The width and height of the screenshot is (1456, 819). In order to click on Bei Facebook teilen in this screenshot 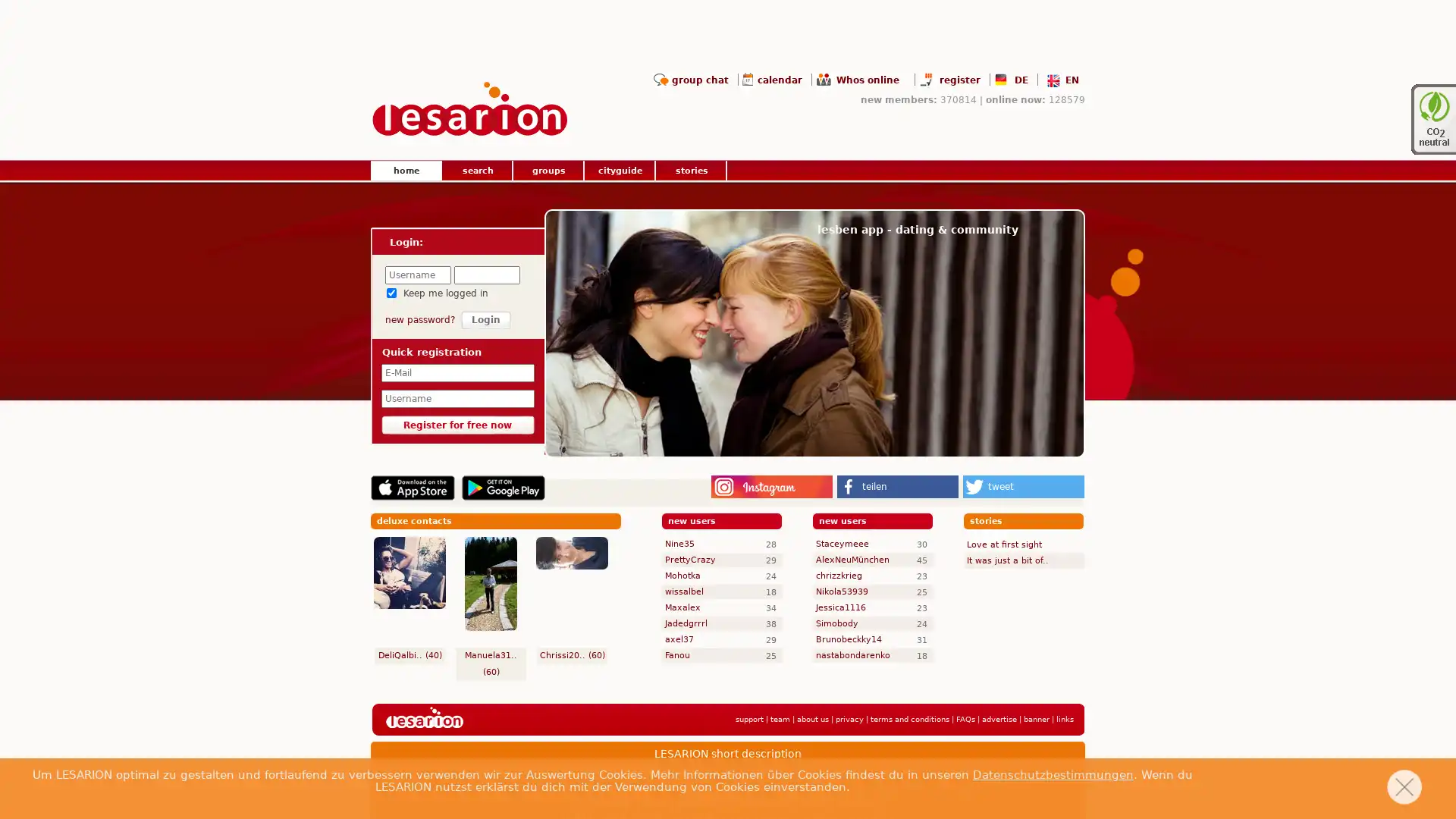, I will do `click(898, 486)`.